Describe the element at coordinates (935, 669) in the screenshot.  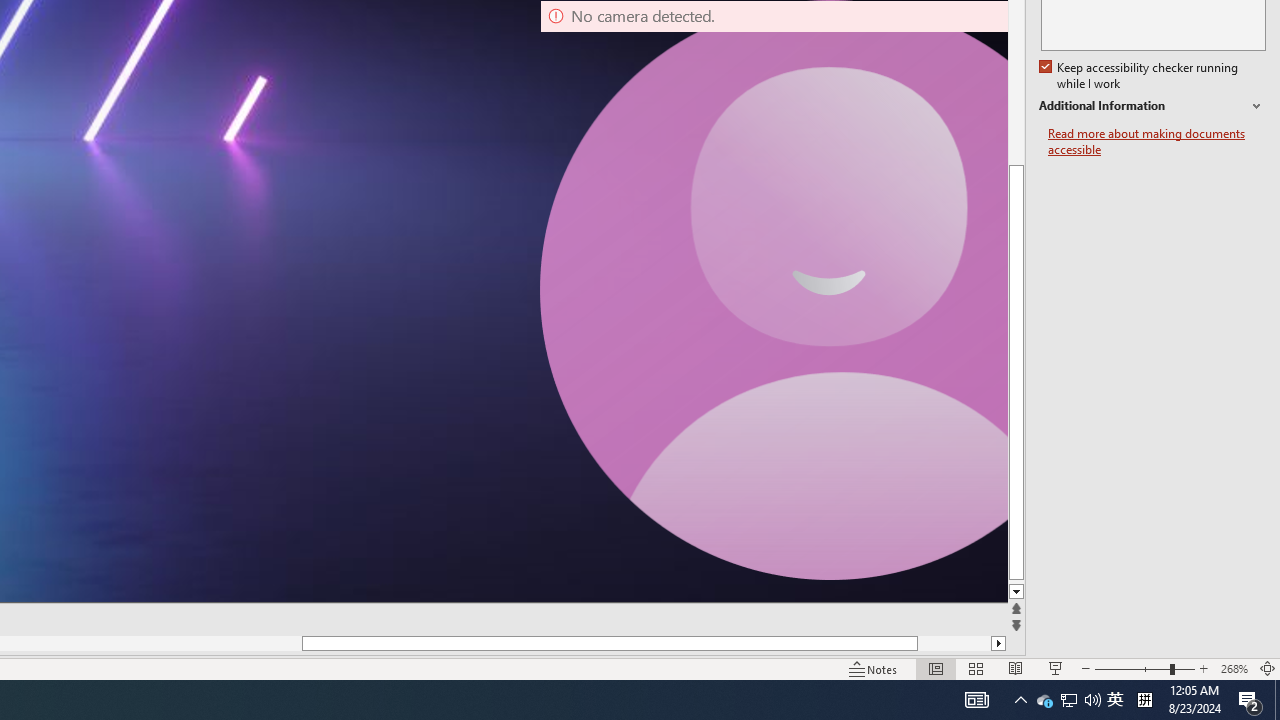
I see `'Normal'` at that location.